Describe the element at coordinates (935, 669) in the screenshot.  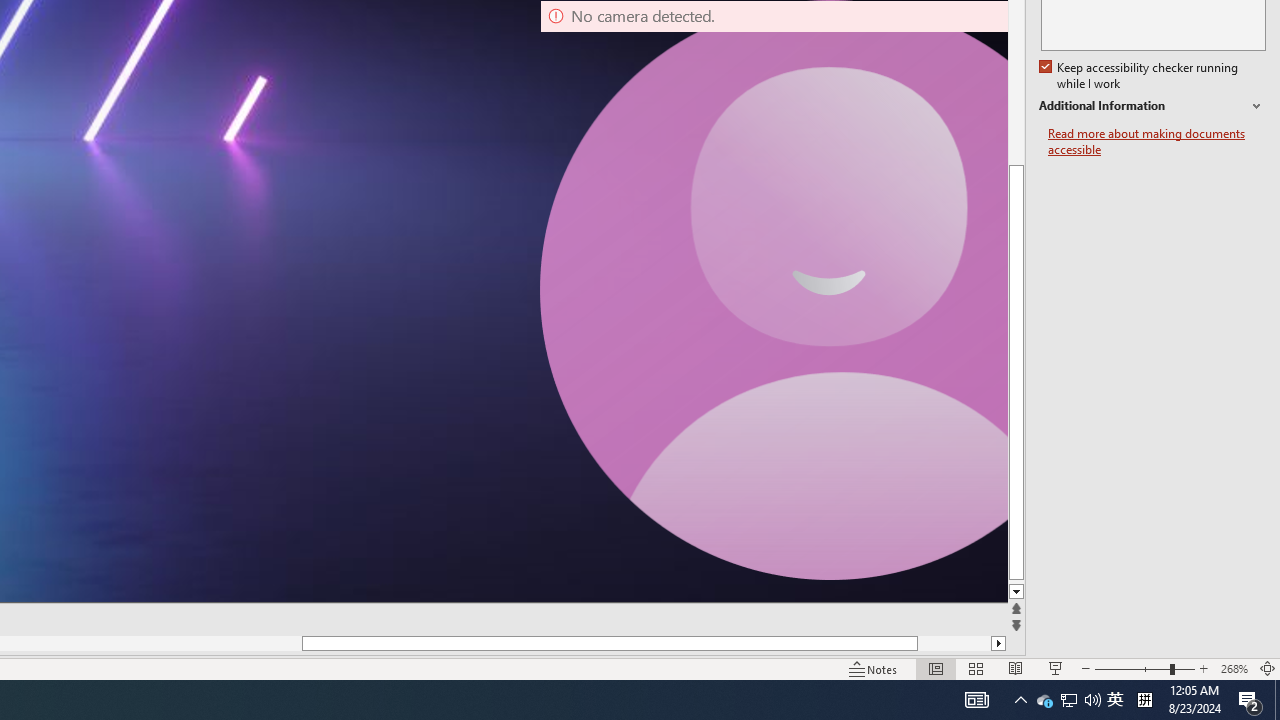
I see `'Normal'` at that location.